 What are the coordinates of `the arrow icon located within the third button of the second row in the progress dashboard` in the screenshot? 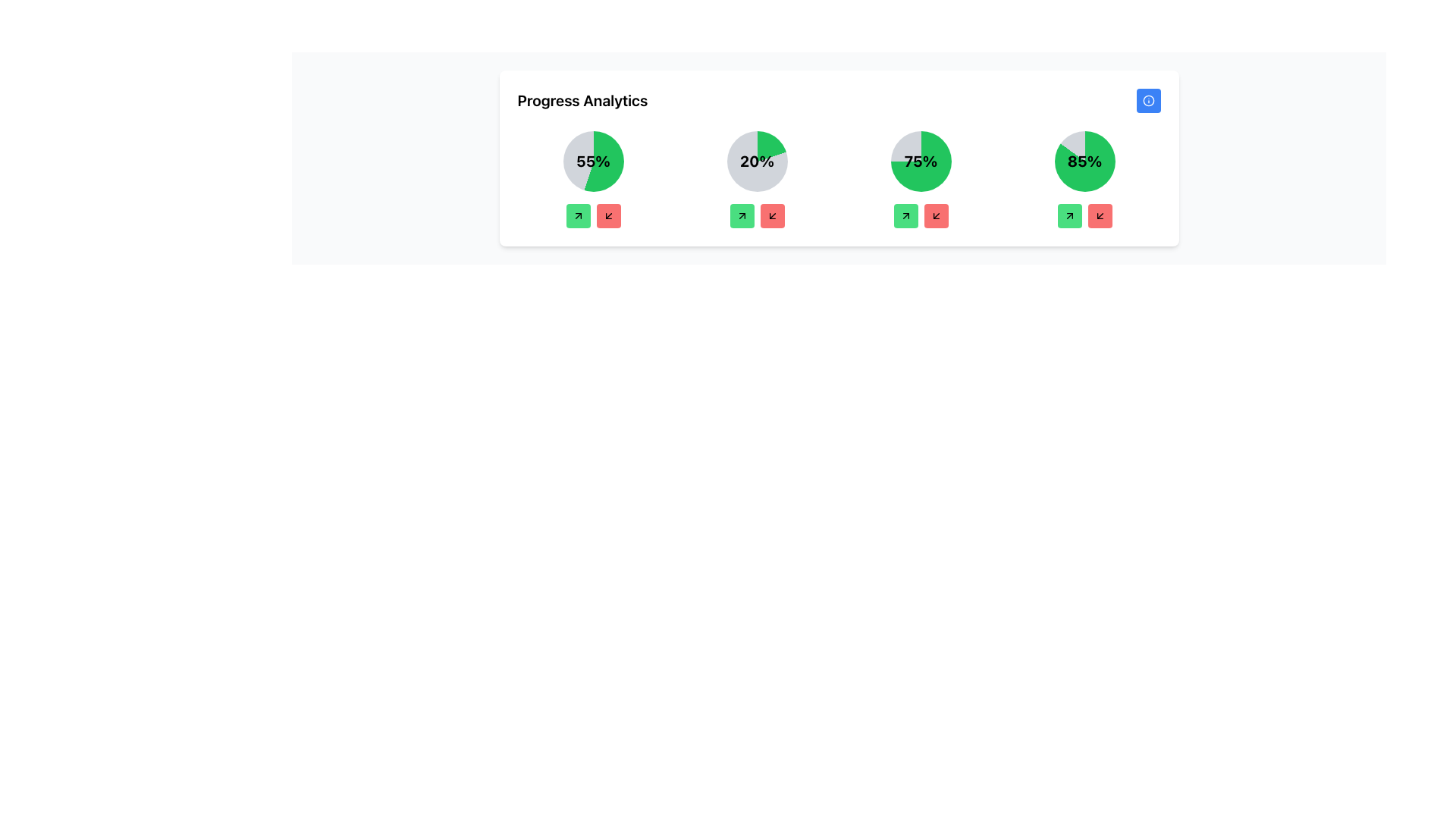 It's located at (772, 216).